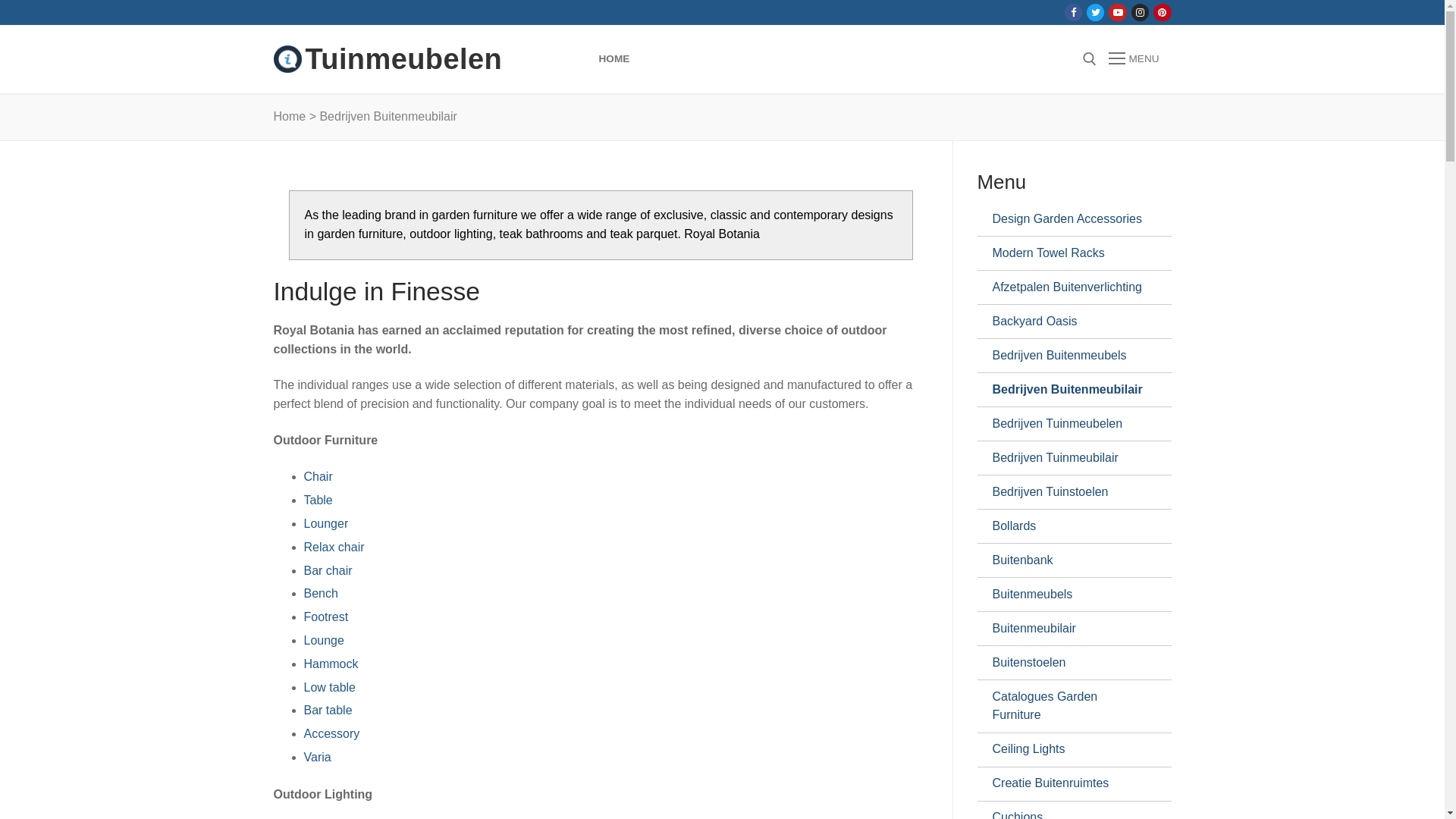 The width and height of the screenshot is (1456, 819). What do you see at coordinates (992, 629) in the screenshot?
I see `'Buitenmeubilair'` at bounding box center [992, 629].